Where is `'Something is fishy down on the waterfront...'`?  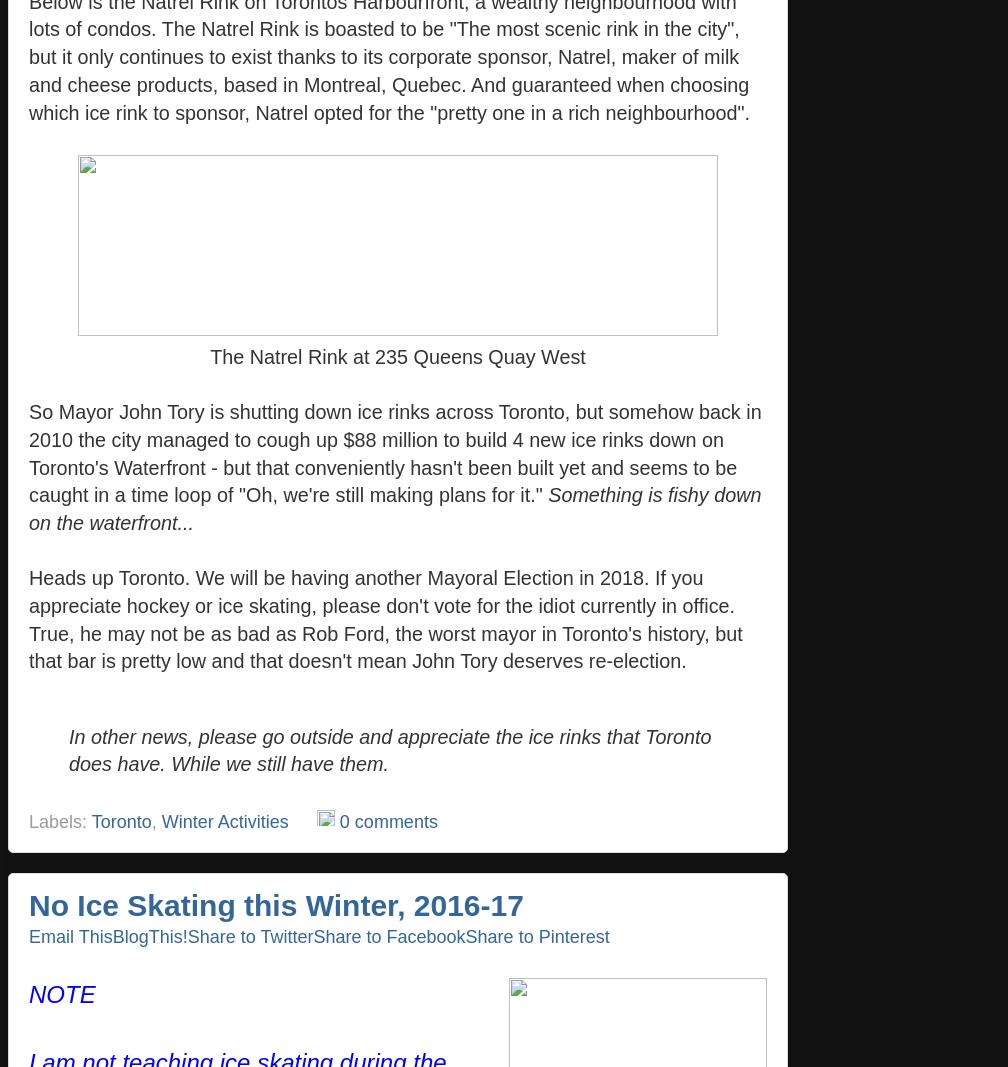
'Something is fishy down on the waterfront...' is located at coordinates (29, 507).